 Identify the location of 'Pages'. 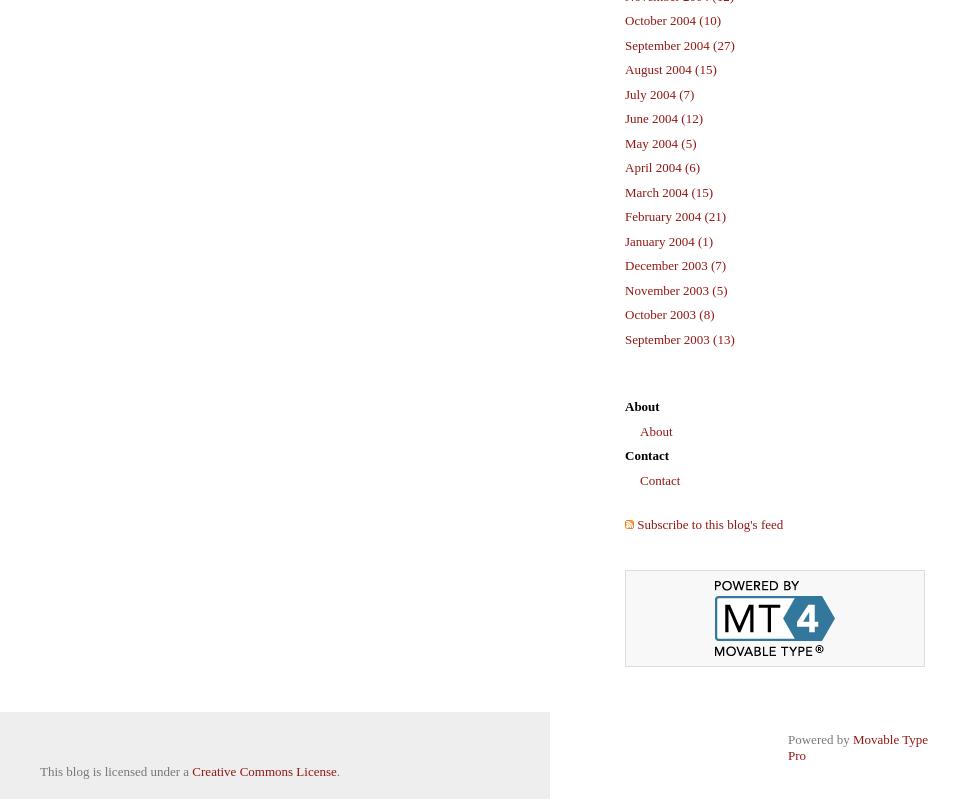
(645, 378).